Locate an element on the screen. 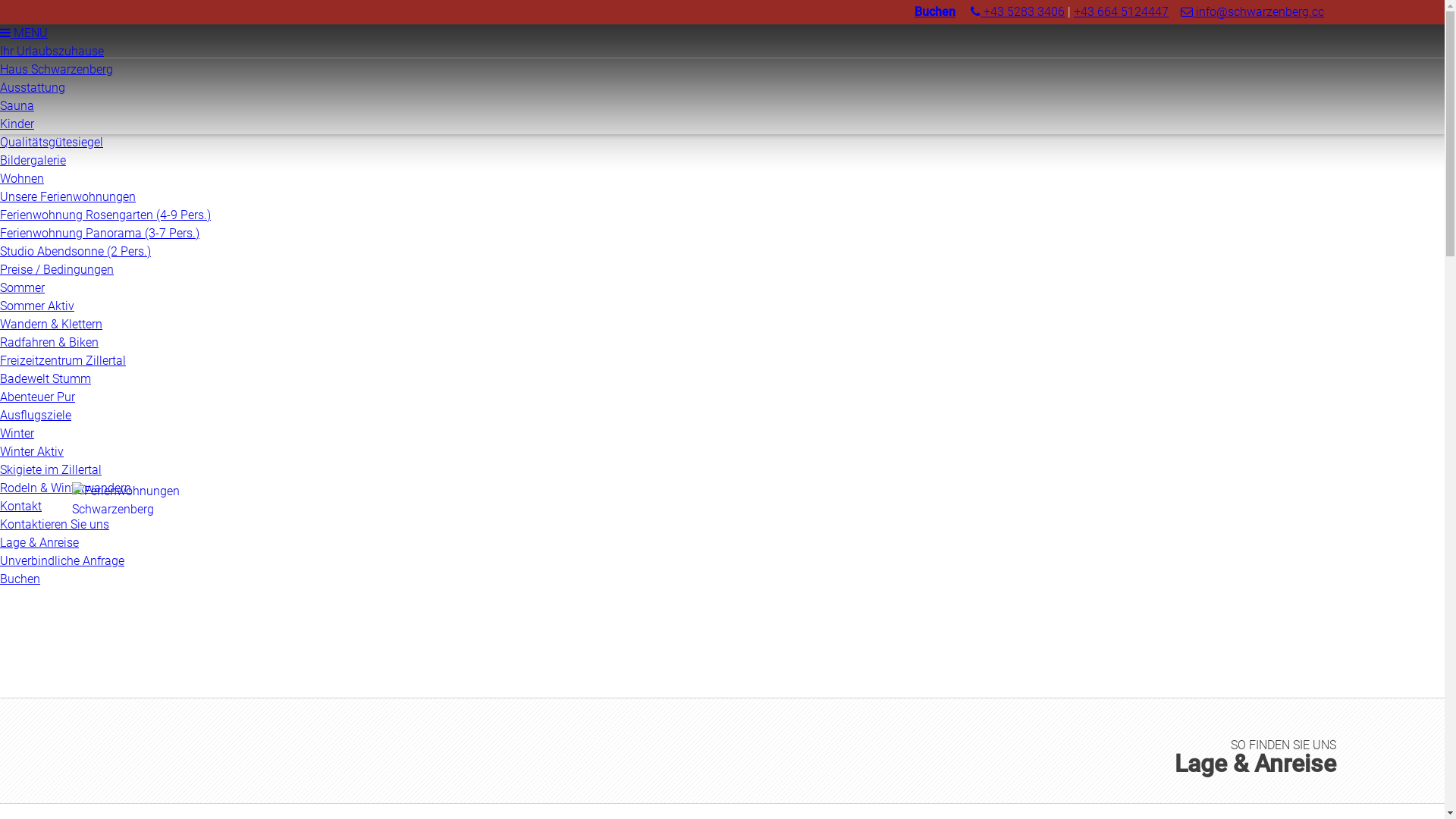 This screenshot has height=819, width=1456. 'Haus Schwarzenberg' is located at coordinates (56, 69).